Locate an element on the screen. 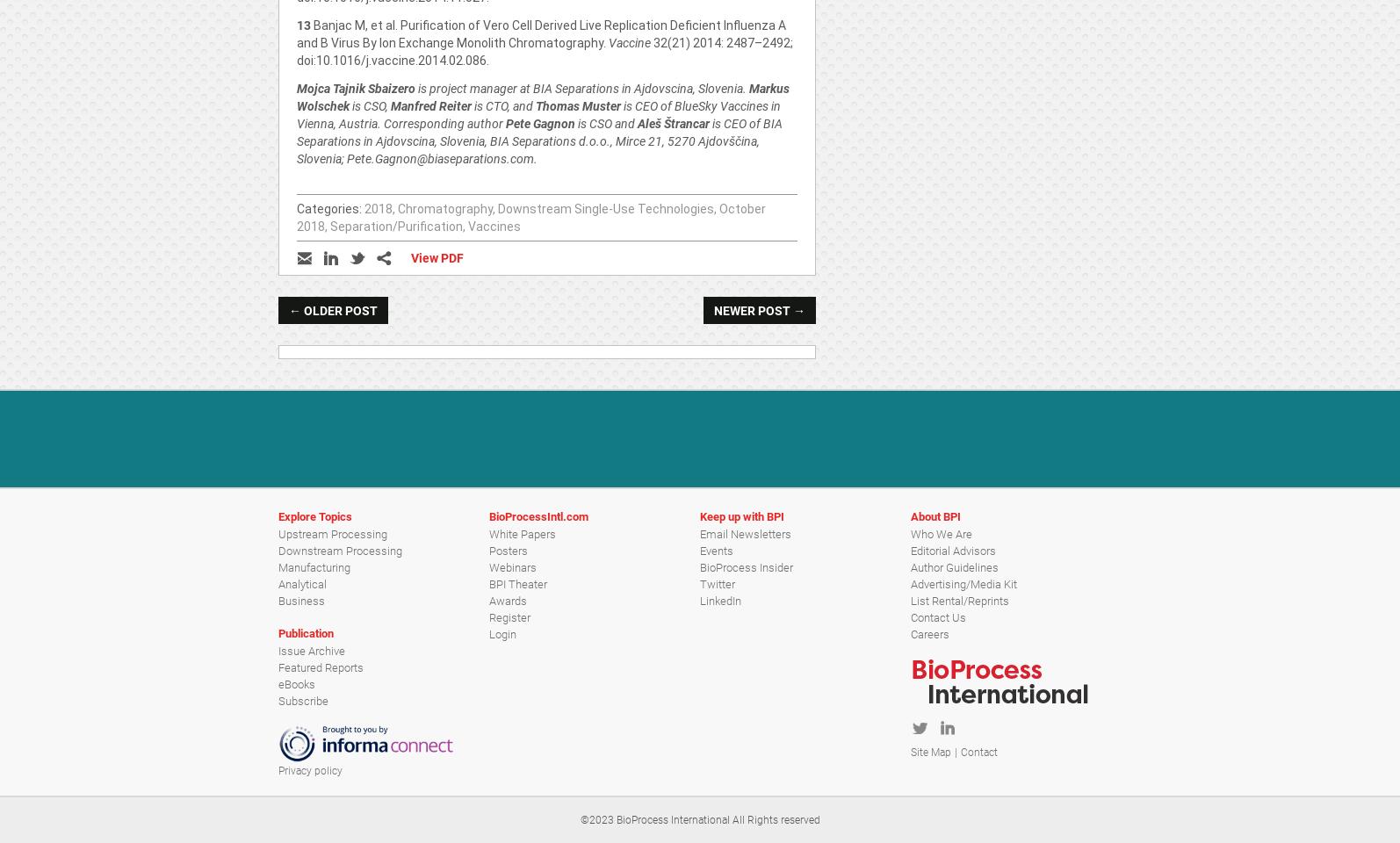  'Webinars' is located at coordinates (512, 566).